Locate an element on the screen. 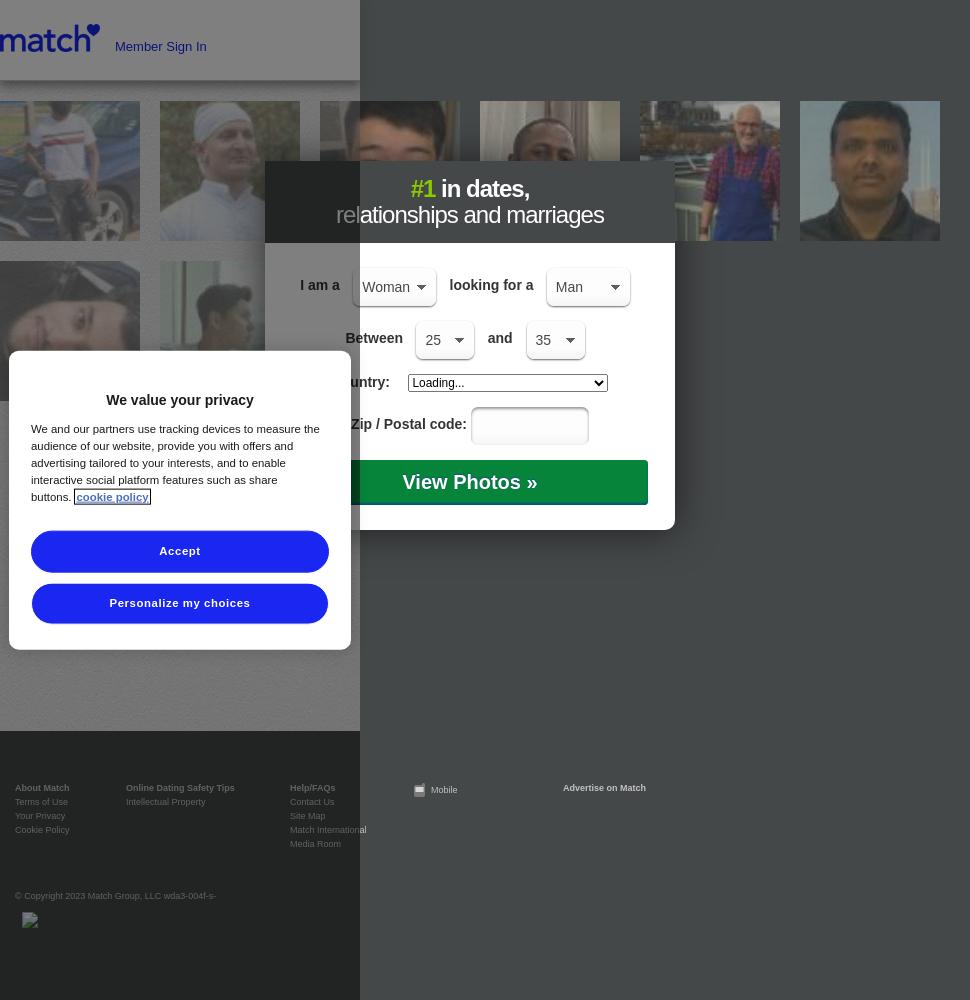 The image size is (970, 1000). 'Between' is located at coordinates (373, 337).